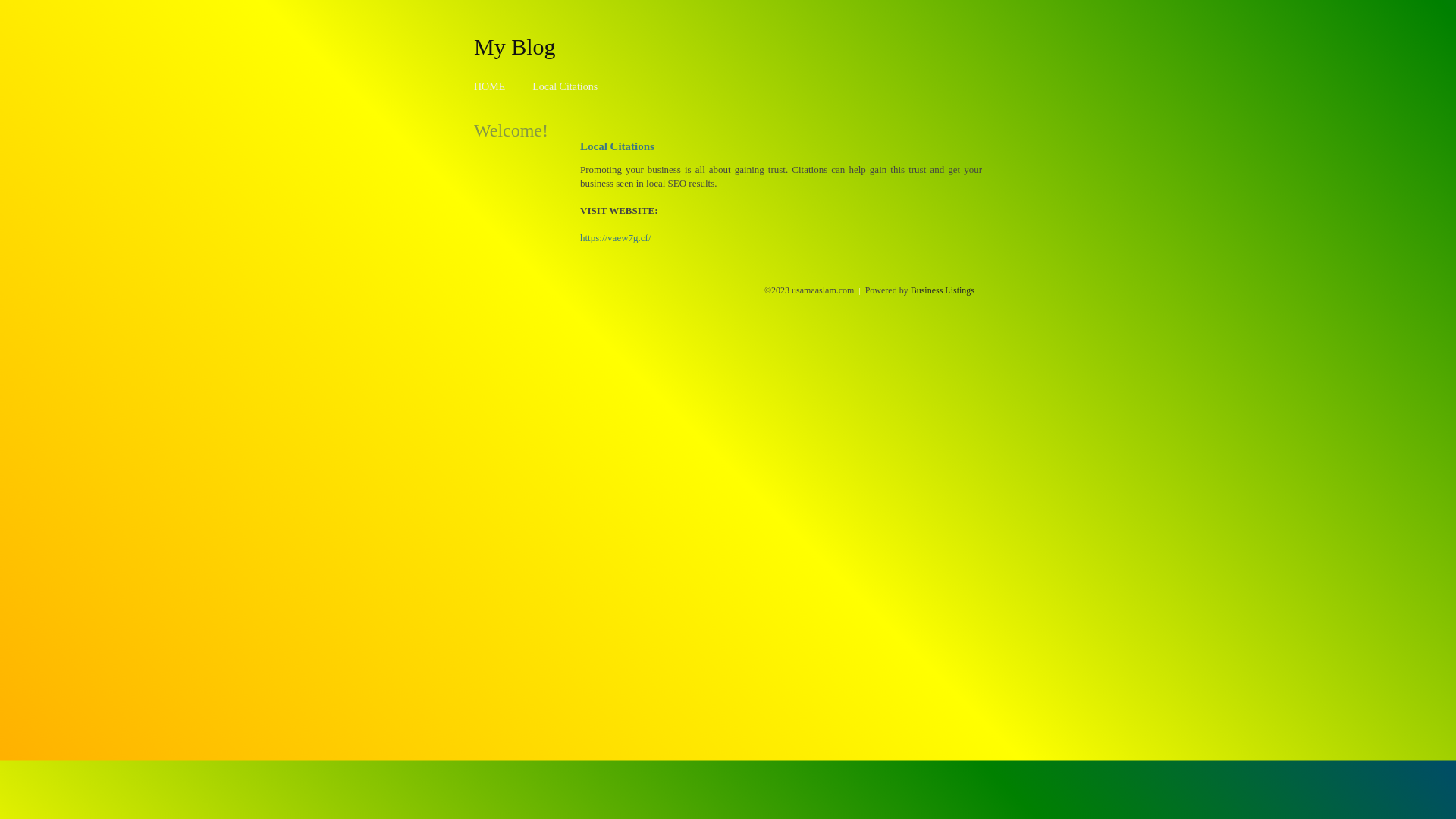 The width and height of the screenshot is (1456, 819). Describe the element at coordinates (514, 45) in the screenshot. I see `'My Blog'` at that location.